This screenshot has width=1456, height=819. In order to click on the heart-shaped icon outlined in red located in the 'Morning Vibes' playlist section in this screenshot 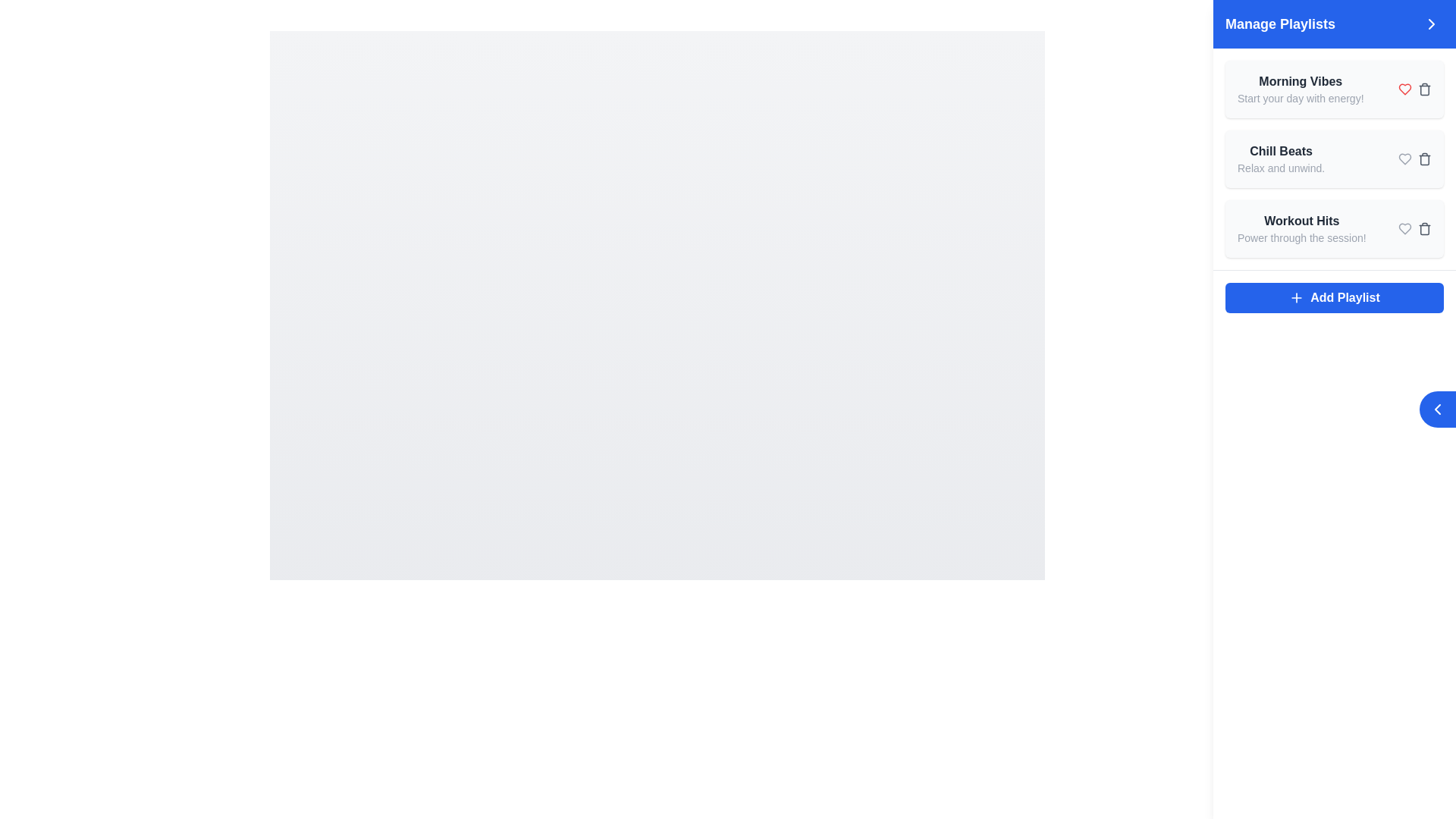, I will do `click(1404, 89)`.